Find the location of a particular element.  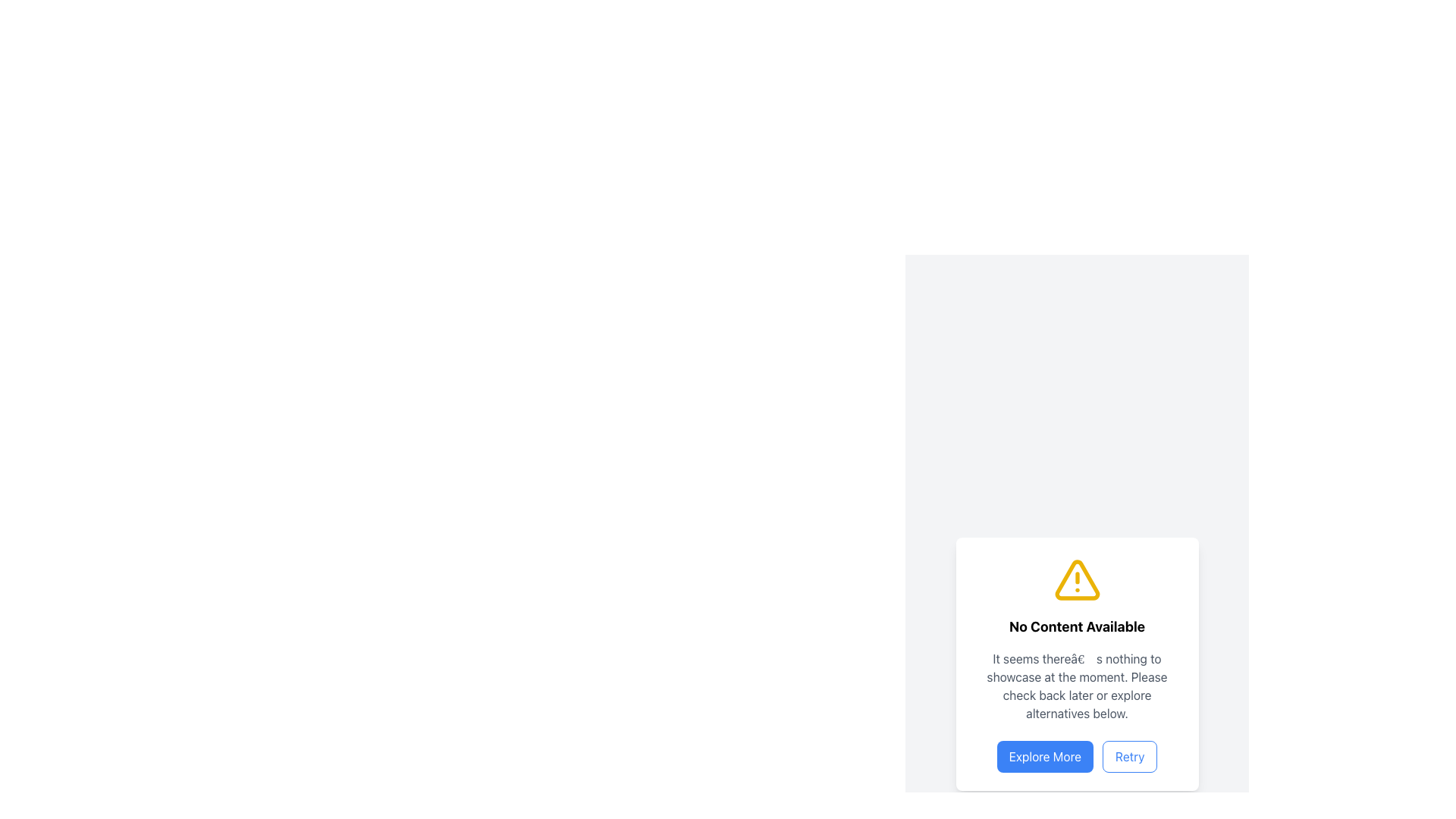

the alert icon located above the bold text 'No Content Available' within the card structure to draw attention to the message is located at coordinates (1076, 579).